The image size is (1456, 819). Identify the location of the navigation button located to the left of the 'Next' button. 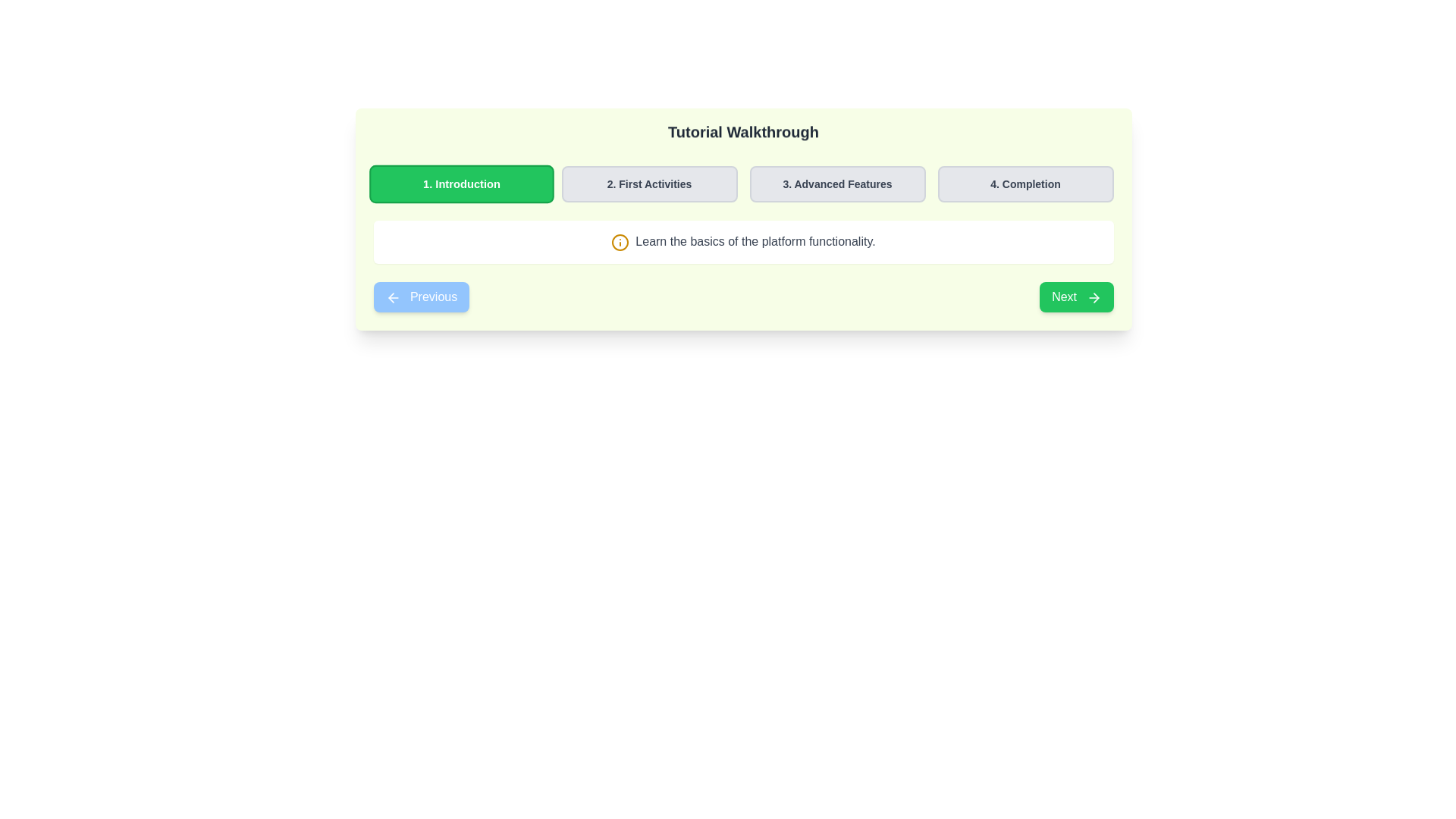
(421, 297).